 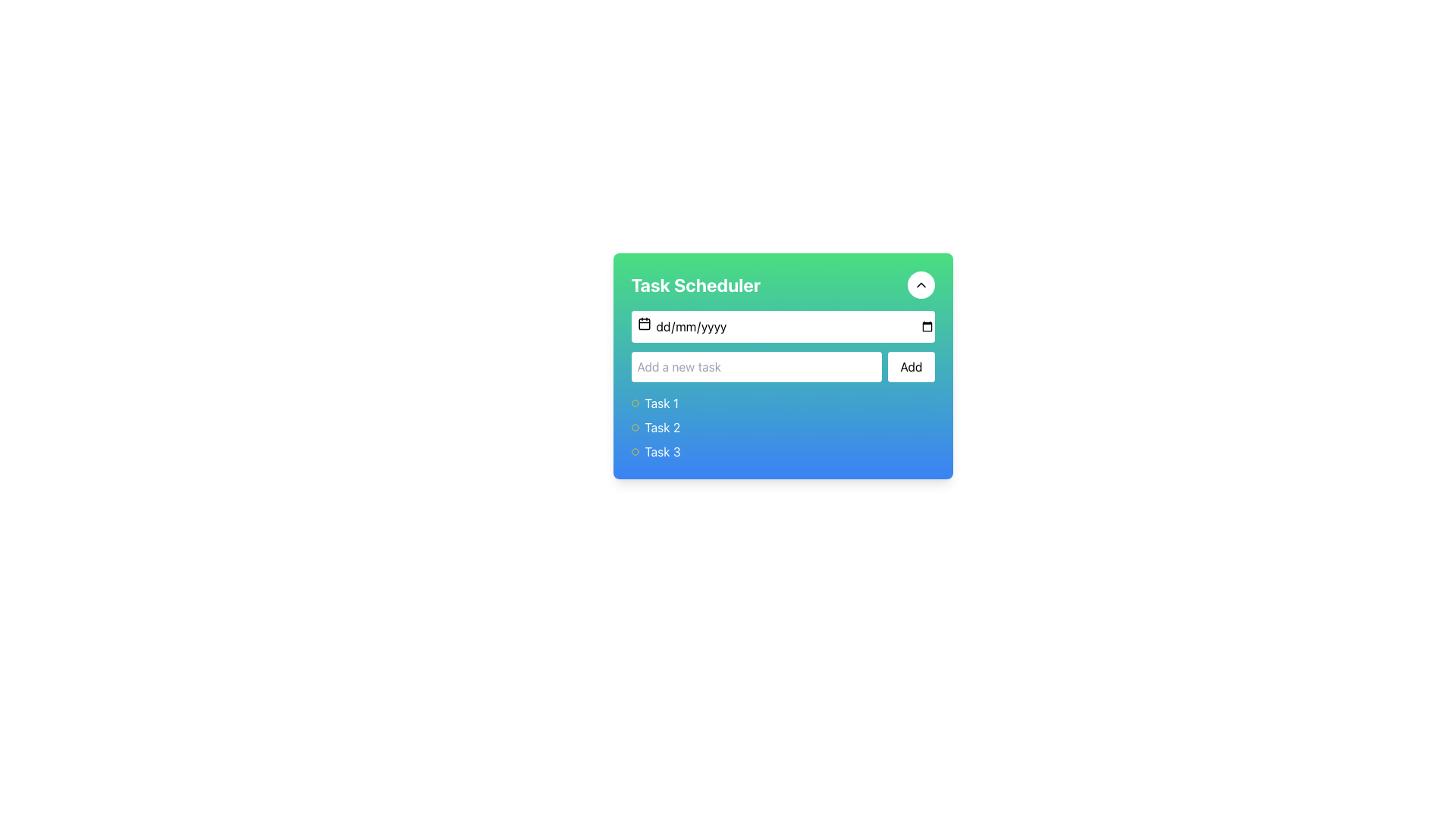 I want to click on the upward arrow icon located at the center of the circular button in the top-right corner of the Task Scheduler interface, so click(x=920, y=284).